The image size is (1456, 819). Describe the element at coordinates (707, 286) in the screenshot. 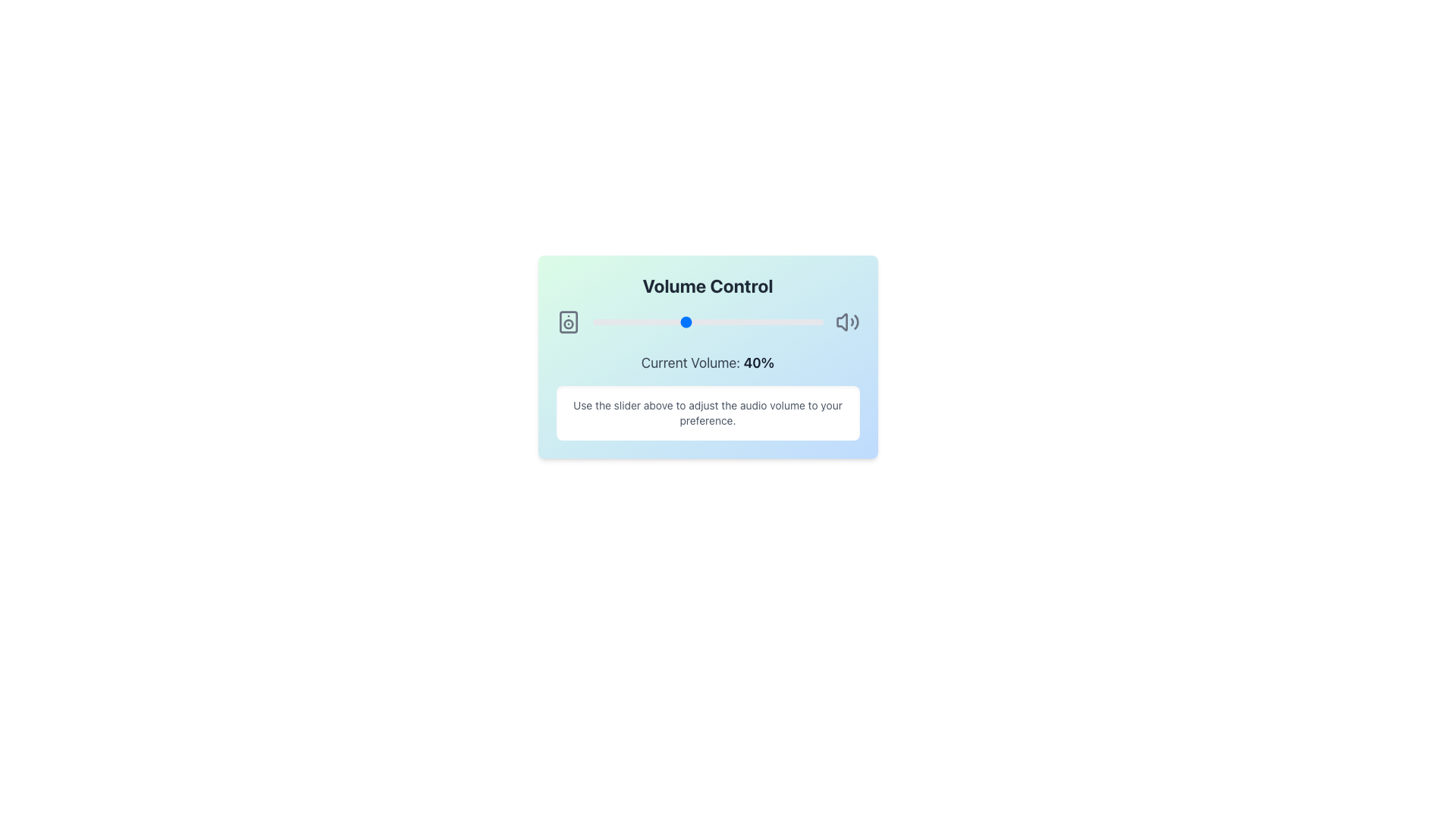

I see `the 'Volume Control' heading text, which is bold and large, centrally aligned at the top of the section in the application interface` at that location.